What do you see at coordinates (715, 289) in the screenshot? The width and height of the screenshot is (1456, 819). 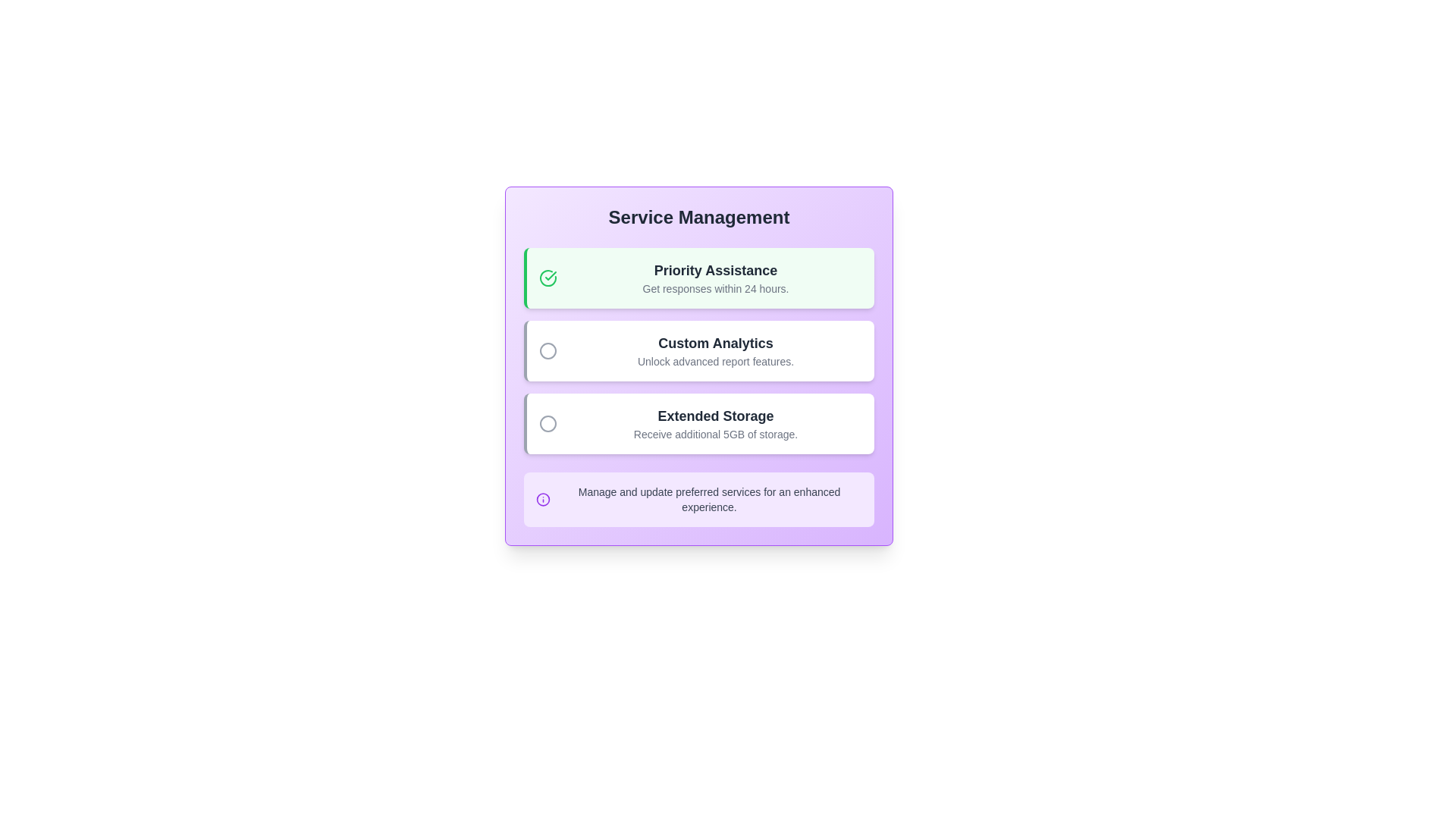 I see `the text label that reads 'Get responses within 24 hours.' located beneath the 'Priority Assistance' title in the green card on the 'Service Management' interface` at bounding box center [715, 289].